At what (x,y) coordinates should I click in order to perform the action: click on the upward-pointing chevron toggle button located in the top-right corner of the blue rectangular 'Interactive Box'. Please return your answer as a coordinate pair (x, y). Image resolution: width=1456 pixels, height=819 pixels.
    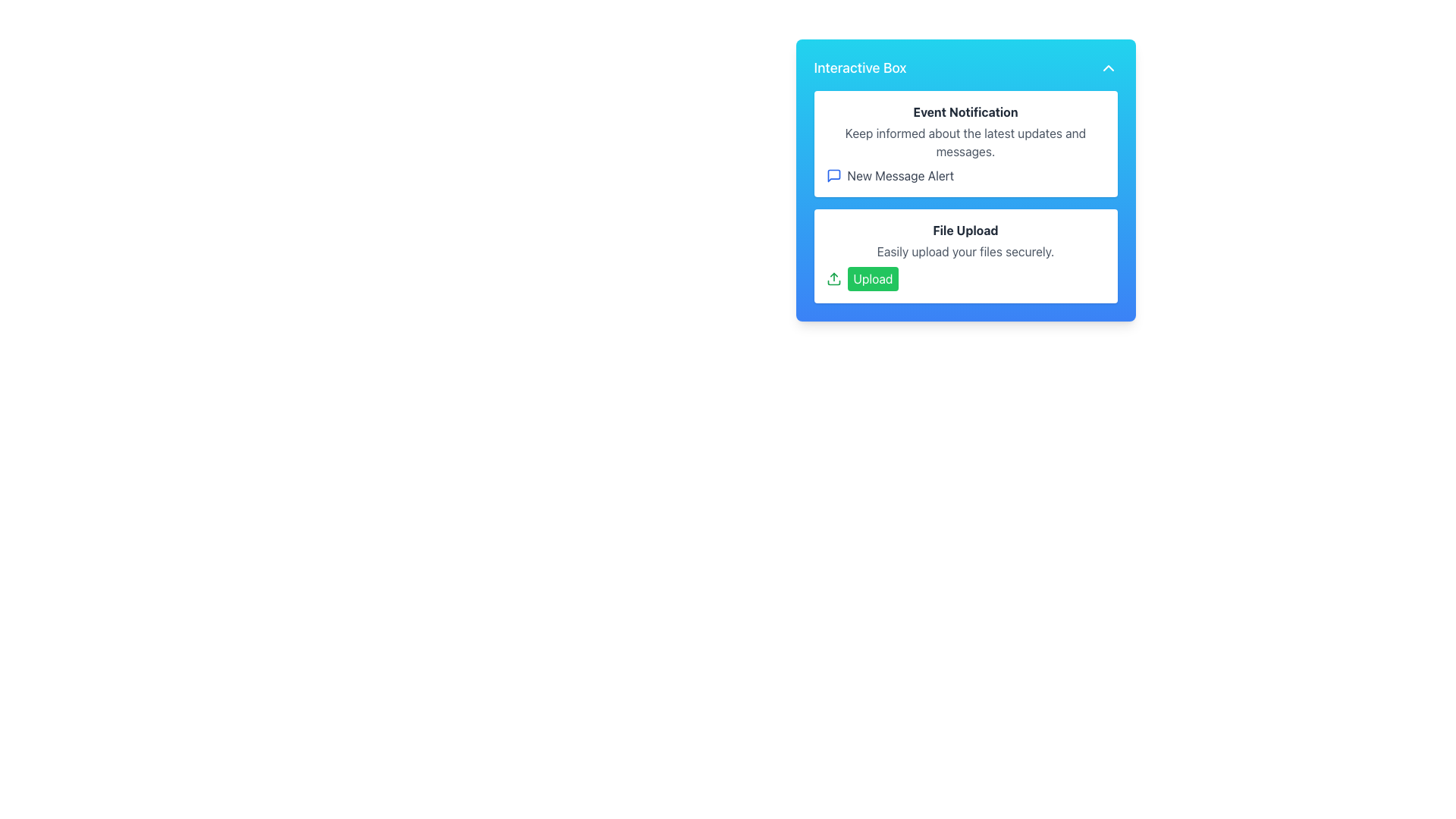
    Looking at the image, I should click on (1108, 67).